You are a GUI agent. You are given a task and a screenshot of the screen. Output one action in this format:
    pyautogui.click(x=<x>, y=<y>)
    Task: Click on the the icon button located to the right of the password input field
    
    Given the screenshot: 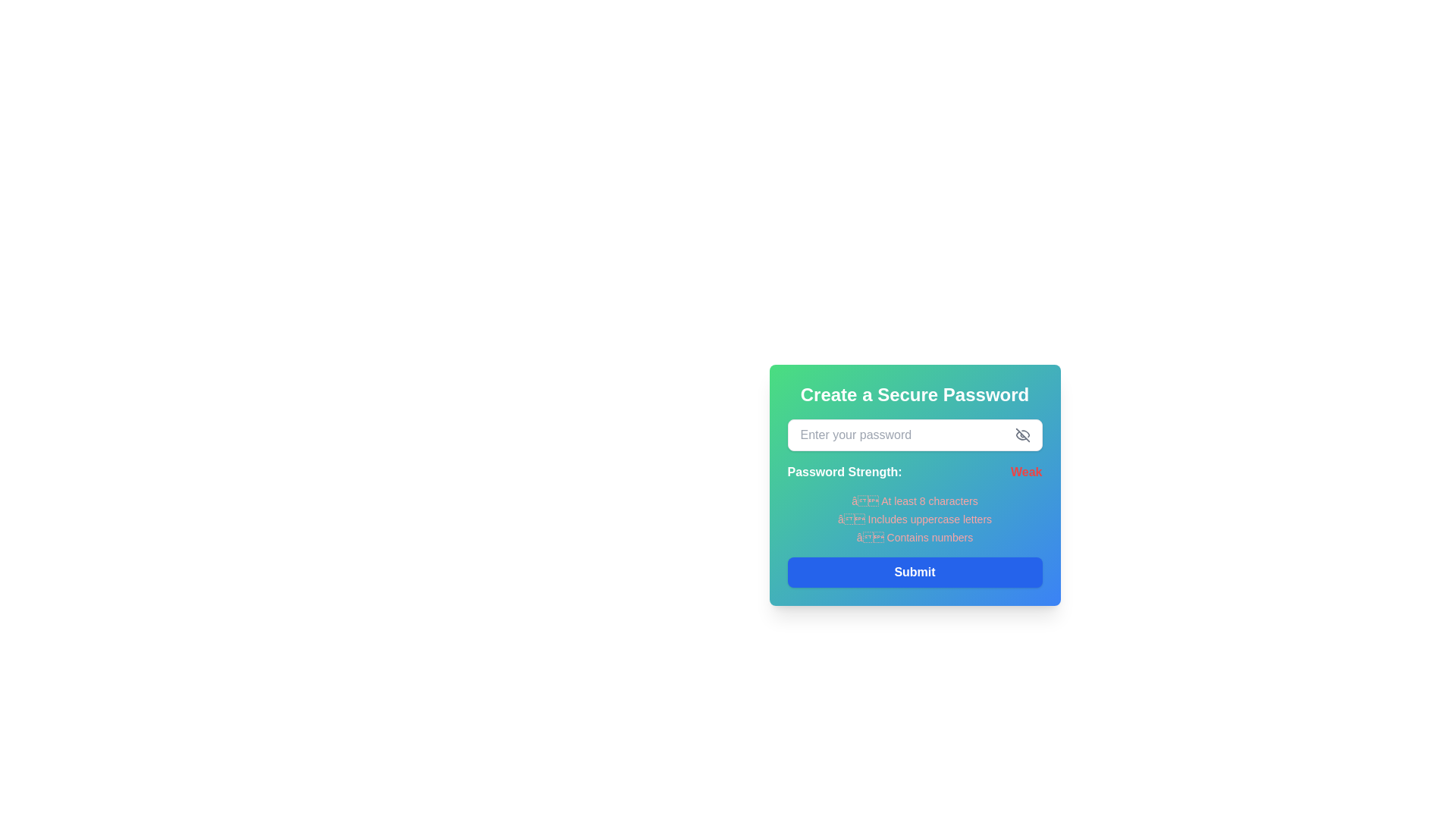 What is the action you would take?
    pyautogui.click(x=1022, y=435)
    